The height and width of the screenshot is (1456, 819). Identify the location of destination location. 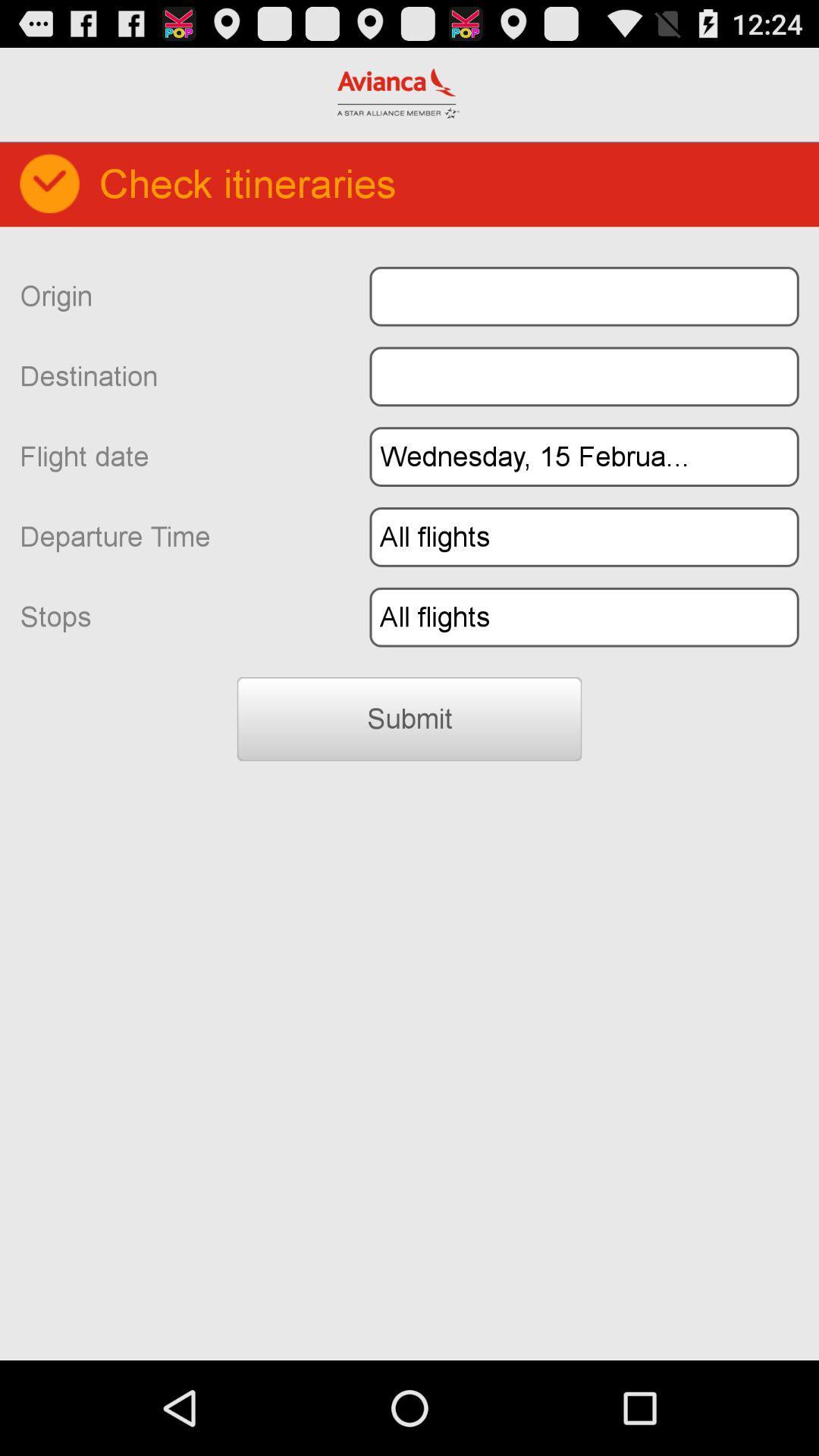
(583, 376).